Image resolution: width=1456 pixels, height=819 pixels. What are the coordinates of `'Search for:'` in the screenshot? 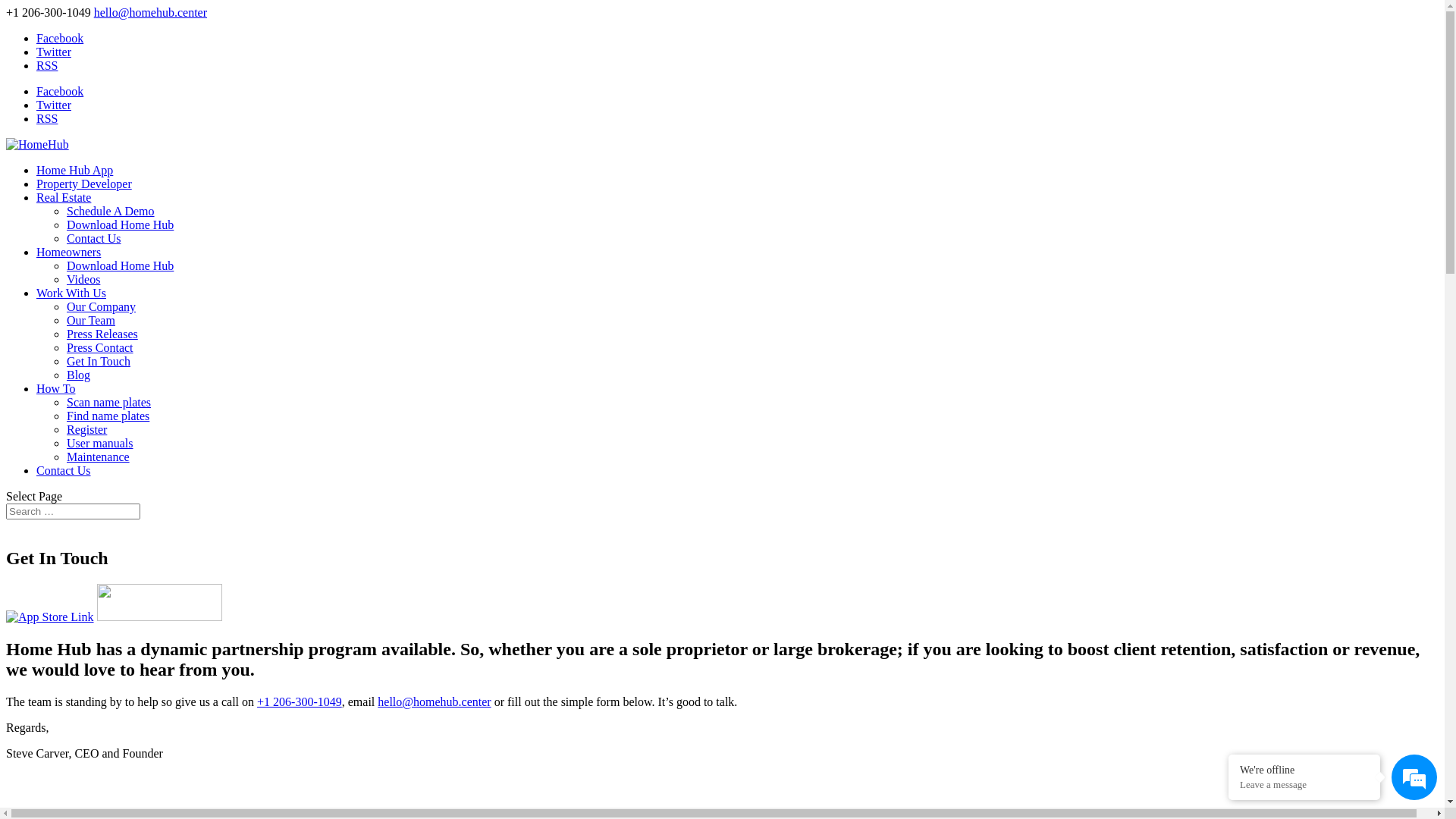 It's located at (72, 511).